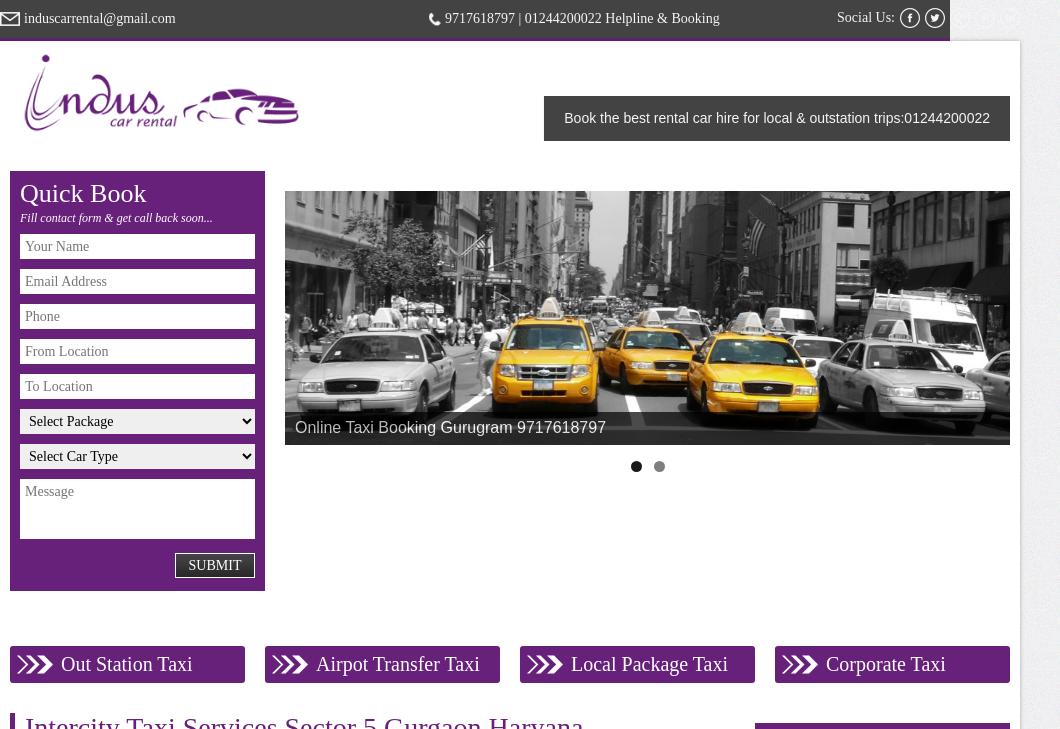 The image size is (1060, 729). Describe the element at coordinates (885, 663) in the screenshot. I see `'Corporate Taxi'` at that location.